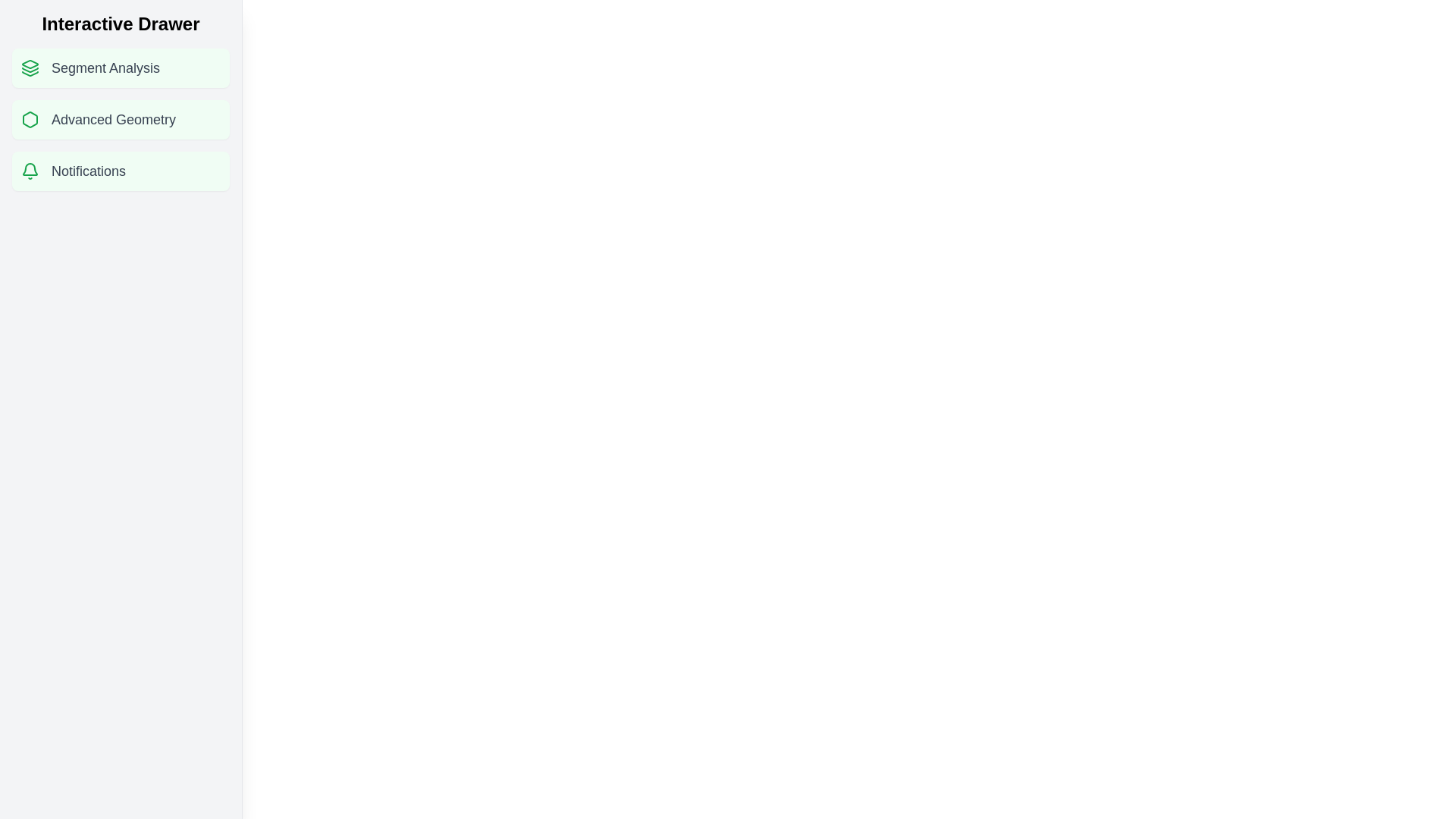 Image resolution: width=1456 pixels, height=819 pixels. Describe the element at coordinates (120, 67) in the screenshot. I see `the 'Segment Analysis' list item to reveal potential tooltips` at that location.